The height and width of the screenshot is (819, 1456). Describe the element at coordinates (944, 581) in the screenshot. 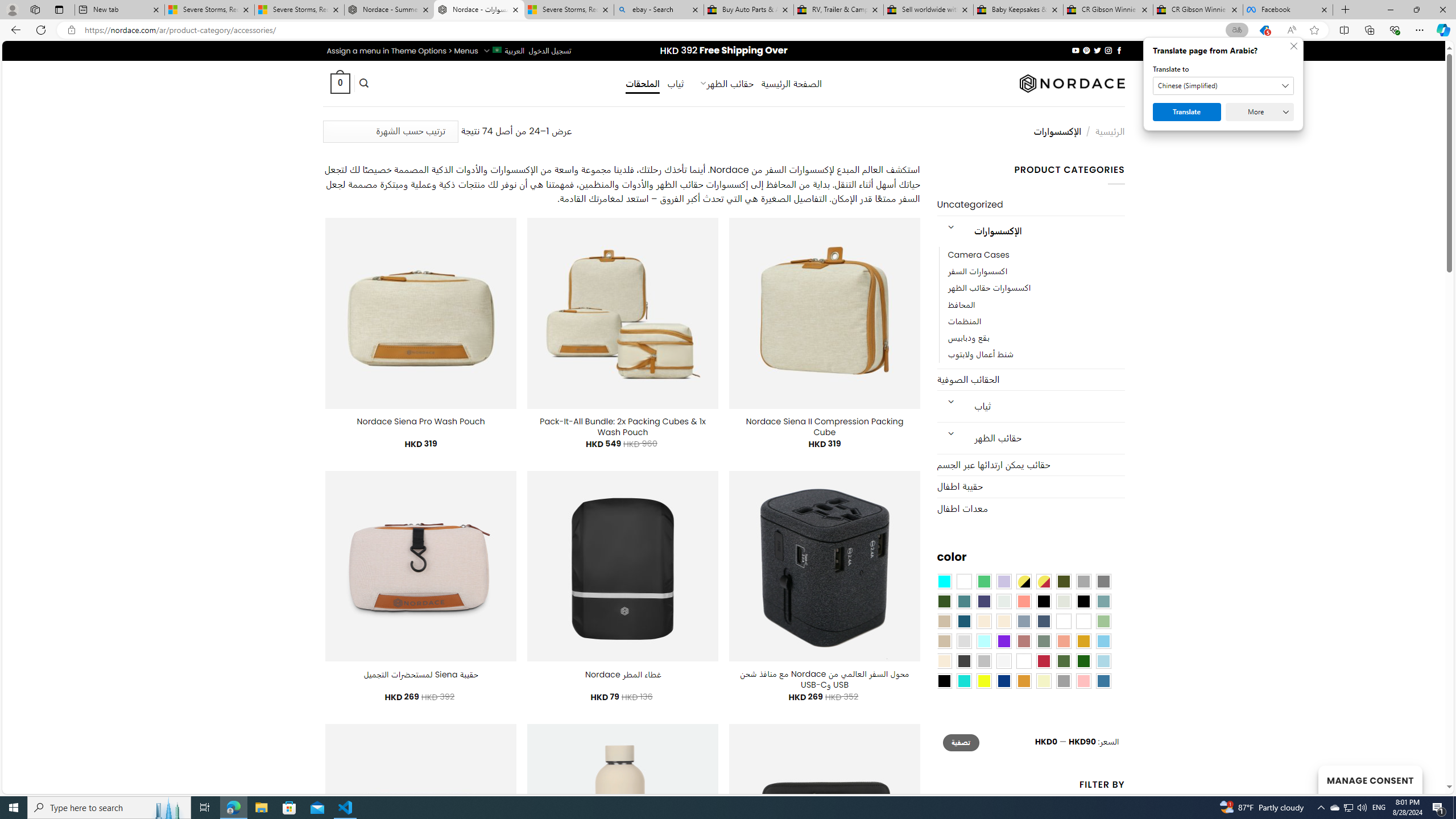

I see `'Aqua Blue'` at that location.